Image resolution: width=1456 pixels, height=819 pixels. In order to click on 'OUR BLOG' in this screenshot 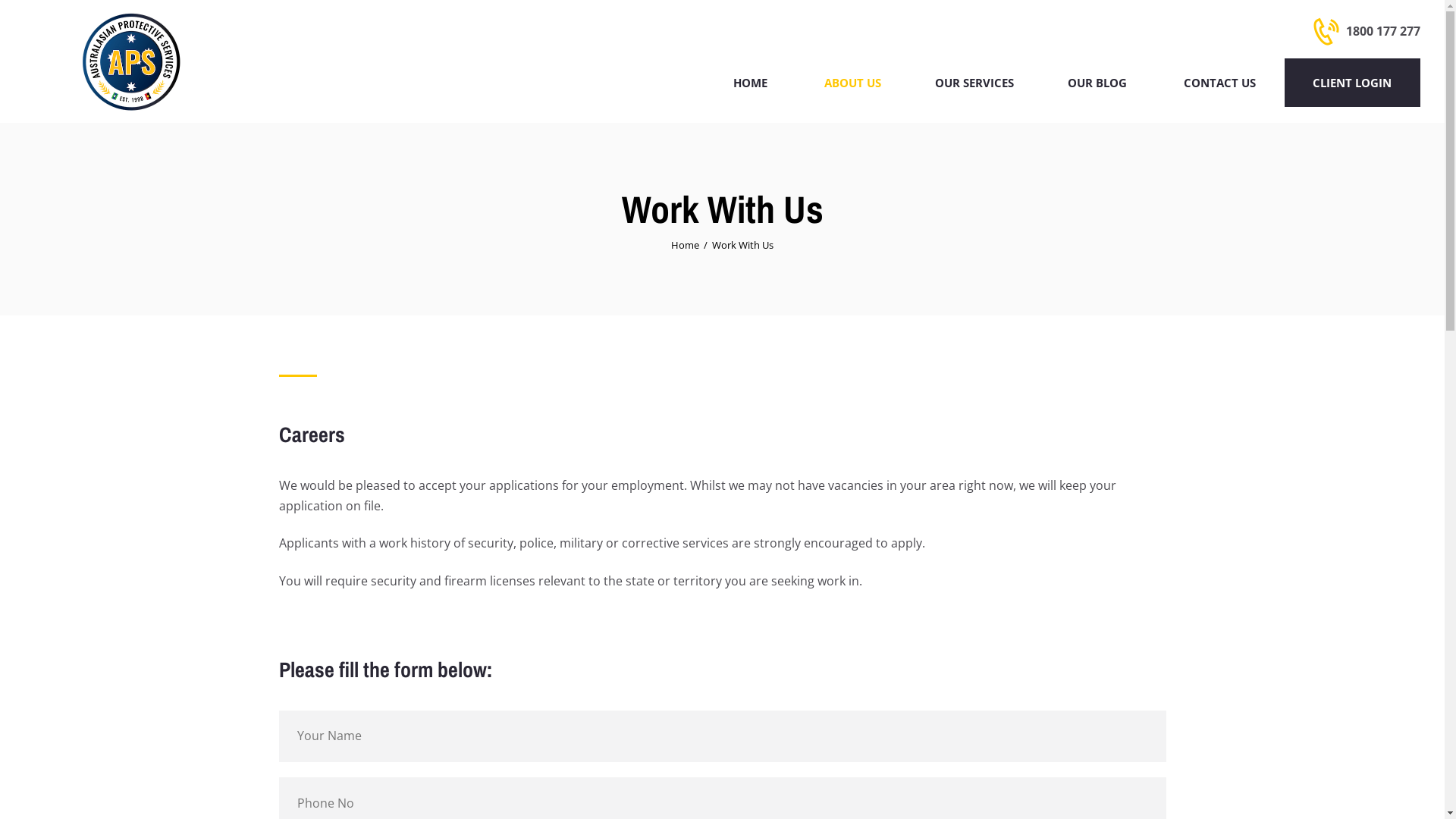, I will do `click(1039, 82)`.